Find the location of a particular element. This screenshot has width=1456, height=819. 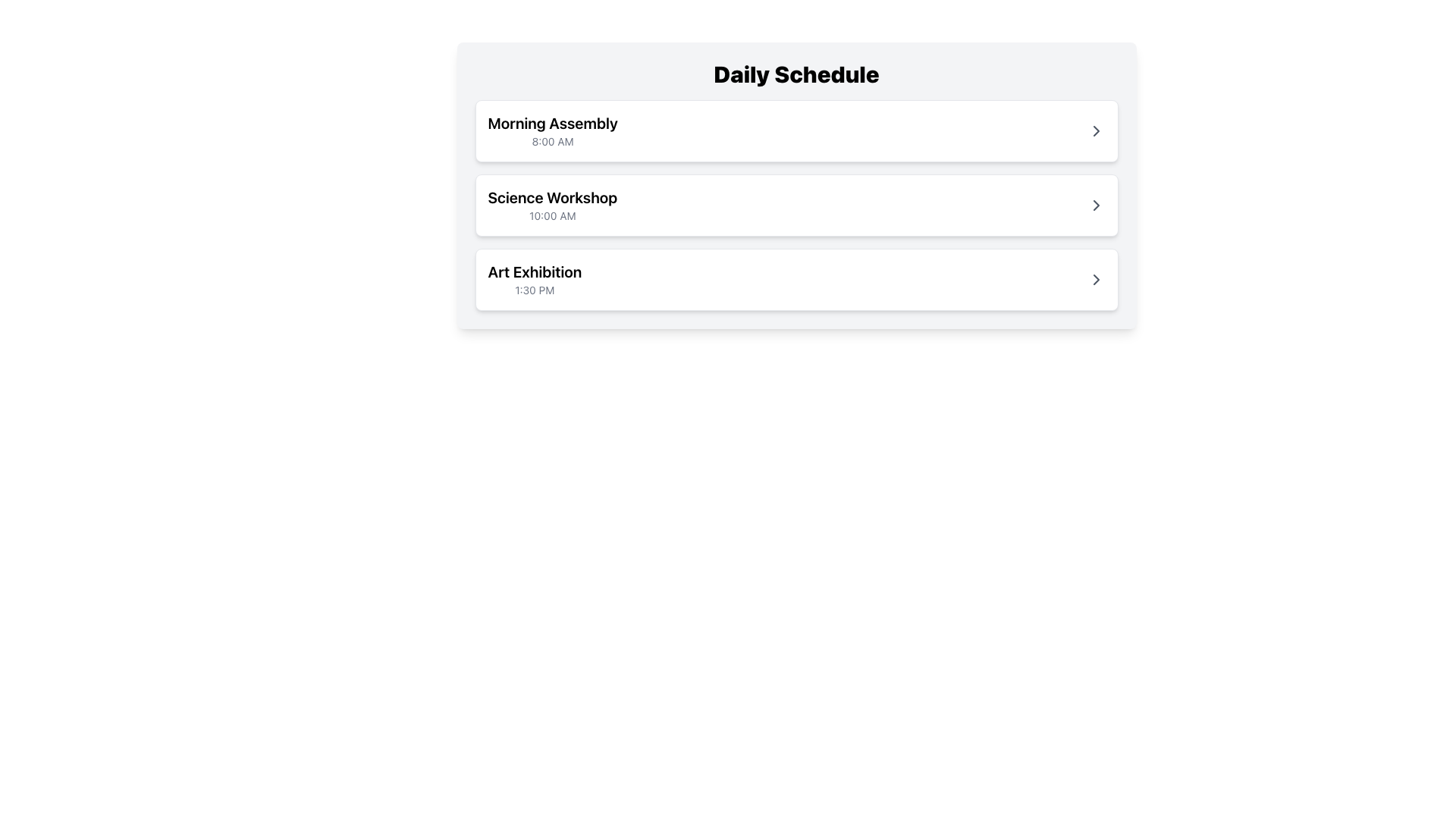

the chevron icon on the far-right side of the 'Science Workshop' row is located at coordinates (1096, 205).